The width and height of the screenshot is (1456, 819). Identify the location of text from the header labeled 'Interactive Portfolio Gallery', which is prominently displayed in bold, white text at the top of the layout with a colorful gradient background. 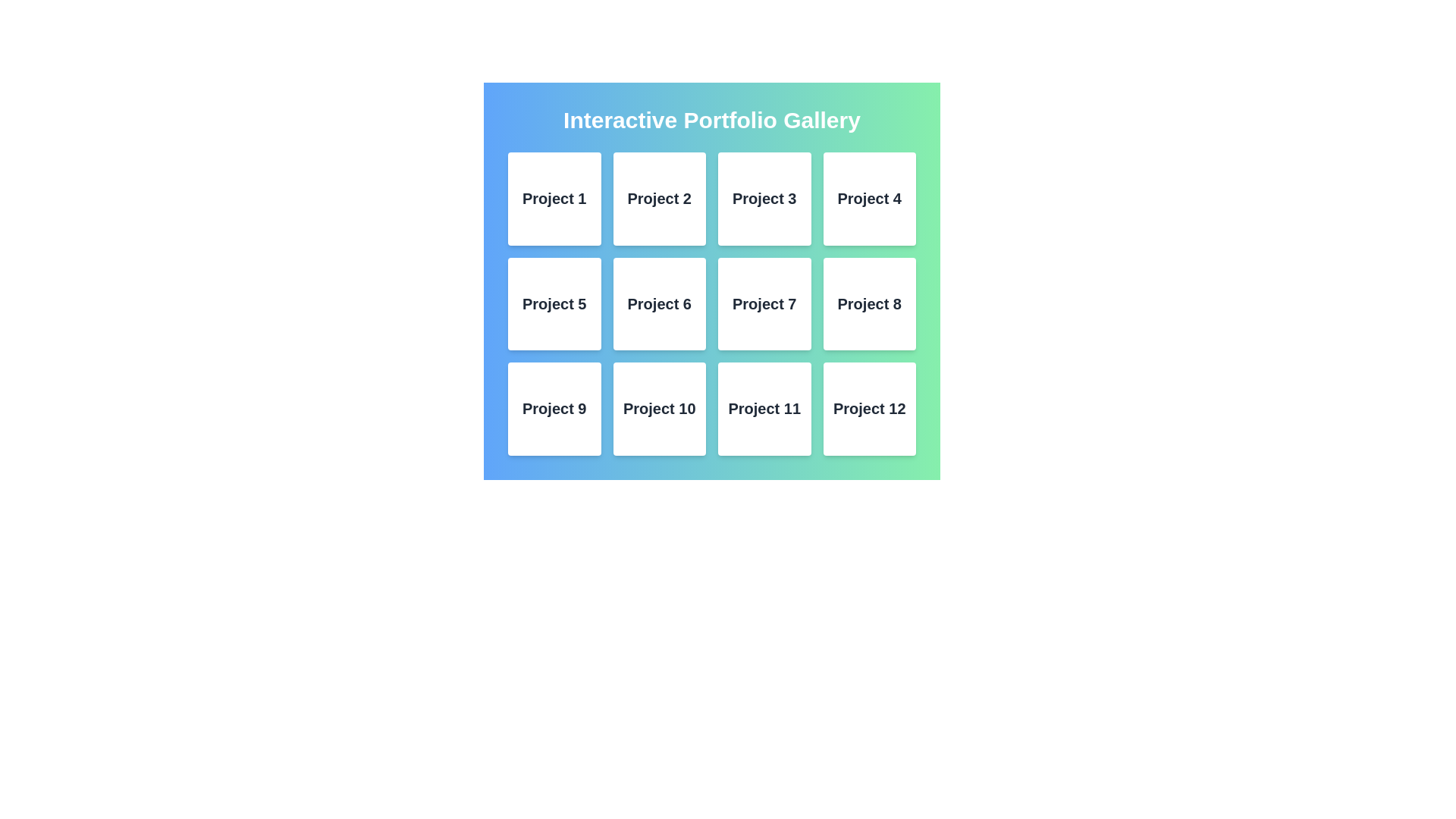
(711, 119).